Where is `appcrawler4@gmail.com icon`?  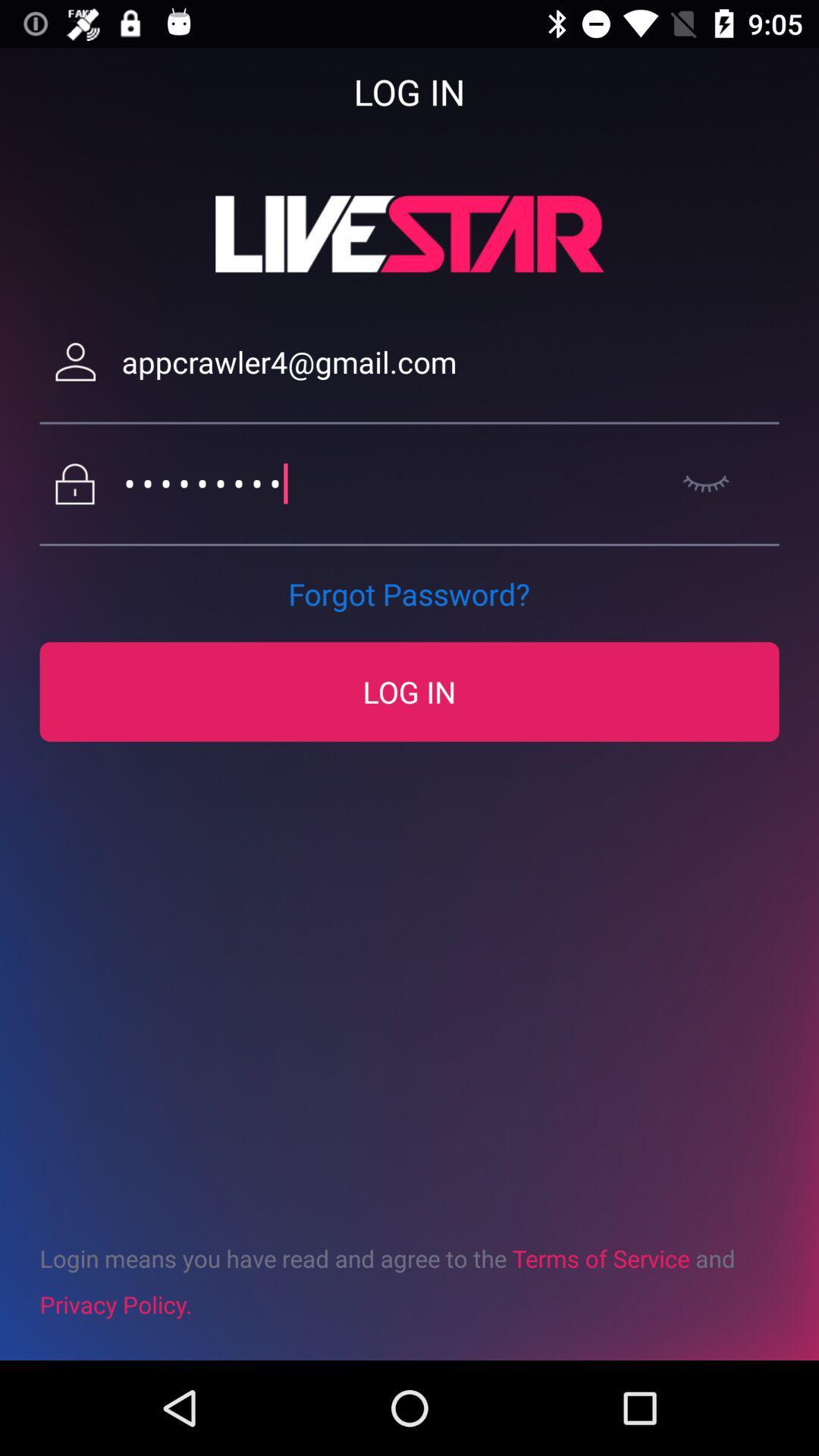 appcrawler4@gmail.com icon is located at coordinates (450, 361).